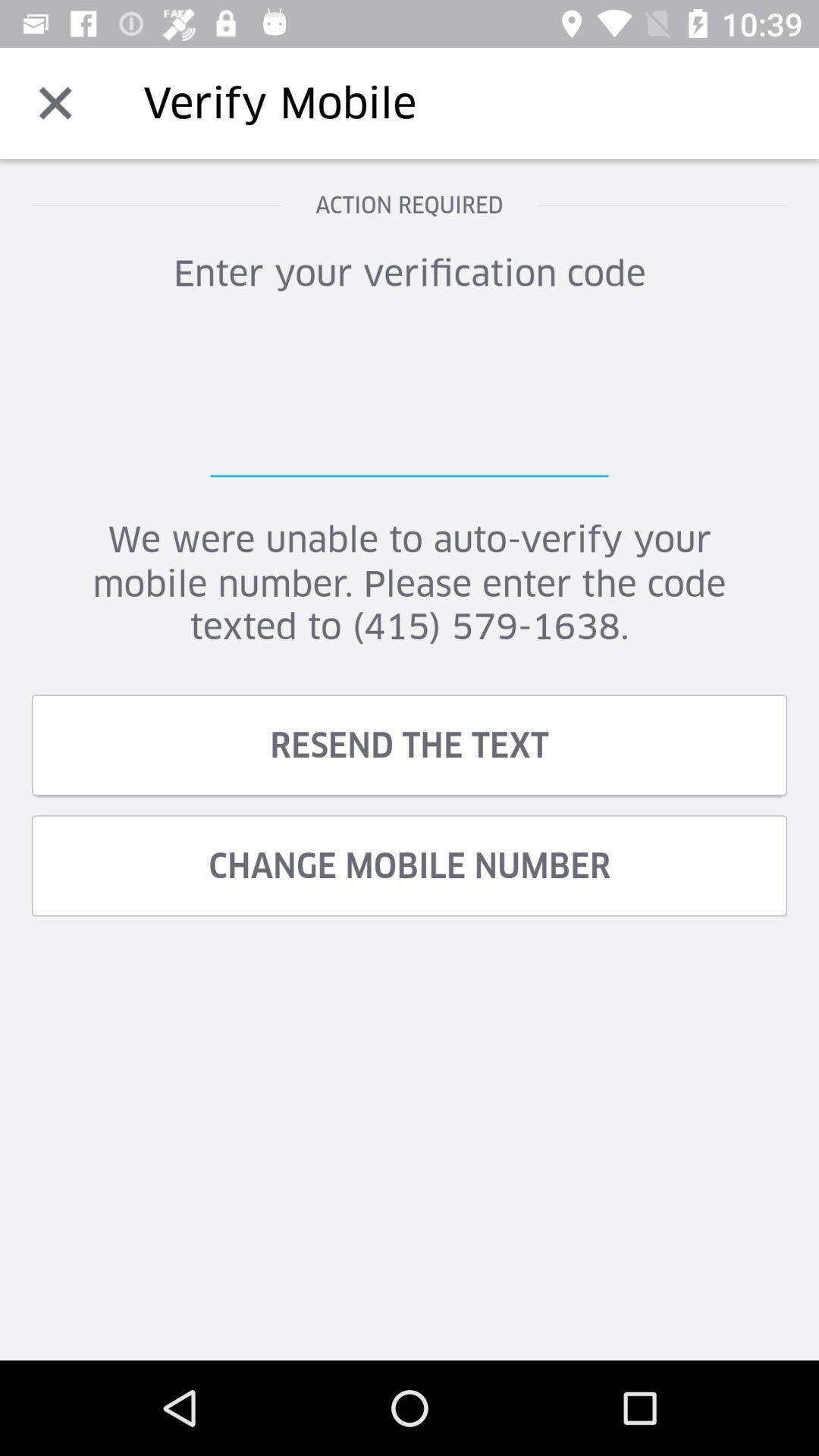 The height and width of the screenshot is (1456, 819). What do you see at coordinates (409, 745) in the screenshot?
I see `the icon below we were unable` at bounding box center [409, 745].